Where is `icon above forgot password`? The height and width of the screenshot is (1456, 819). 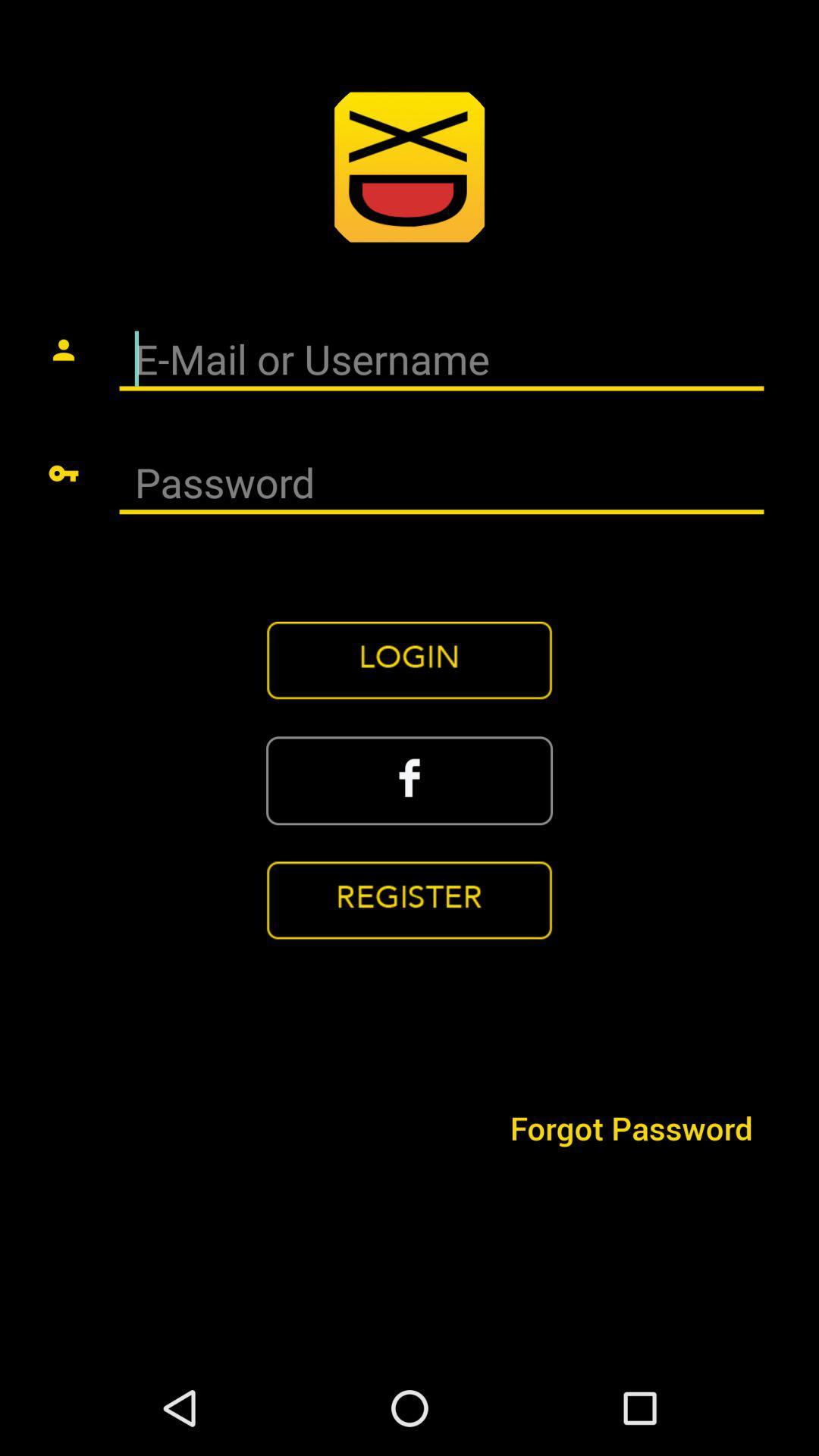 icon above forgot password is located at coordinates (409, 900).